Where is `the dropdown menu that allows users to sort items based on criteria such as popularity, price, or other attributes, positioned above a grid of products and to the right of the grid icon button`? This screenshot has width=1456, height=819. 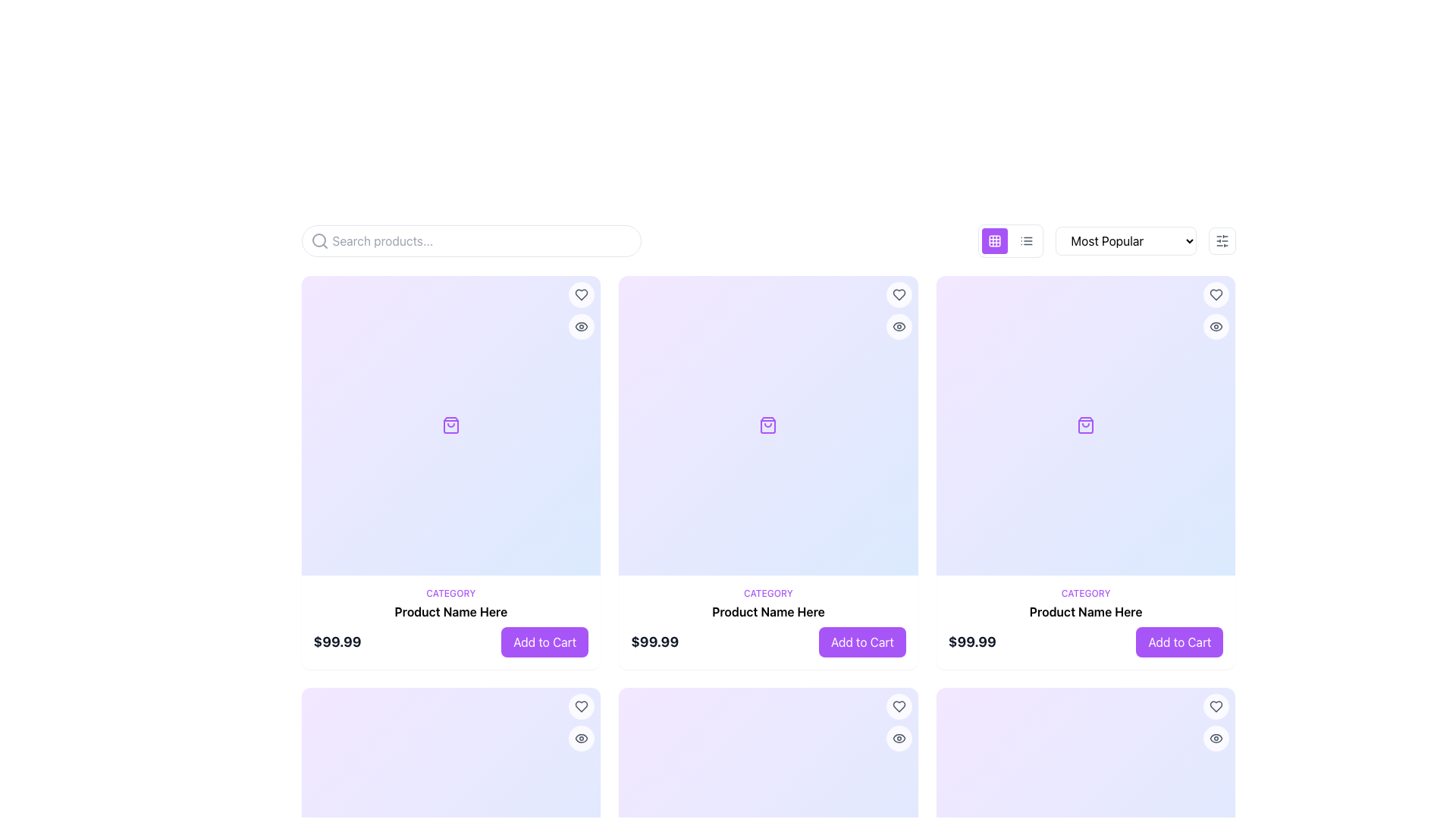 the dropdown menu that allows users to sort items based on criteria such as popularity, price, or other attributes, positioned above a grid of products and to the right of the grid icon button is located at coordinates (1125, 240).